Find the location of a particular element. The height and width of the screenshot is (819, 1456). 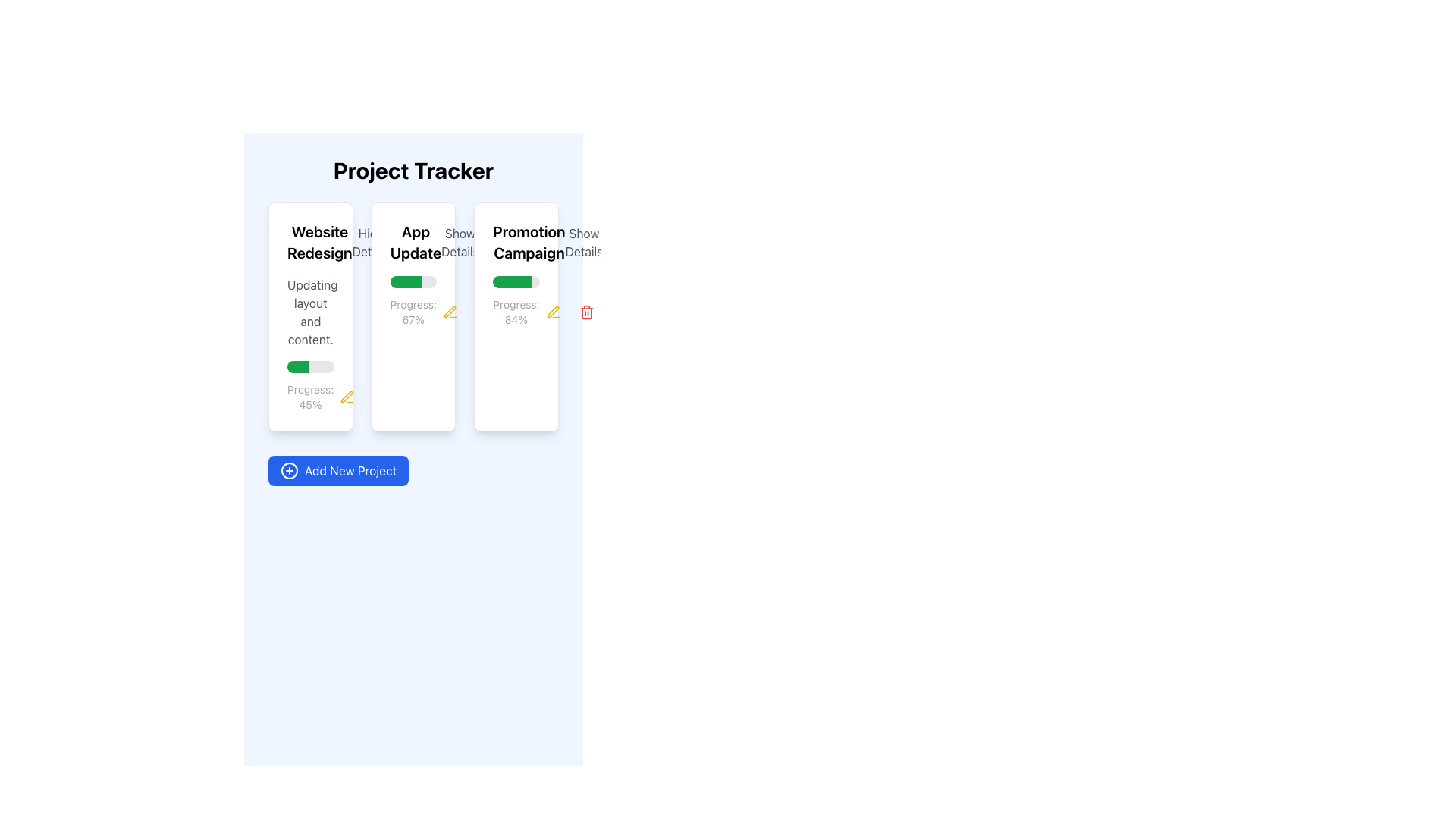

the icon button located in the bottom-right corner of the 'App Update' card is located at coordinates (449, 312).